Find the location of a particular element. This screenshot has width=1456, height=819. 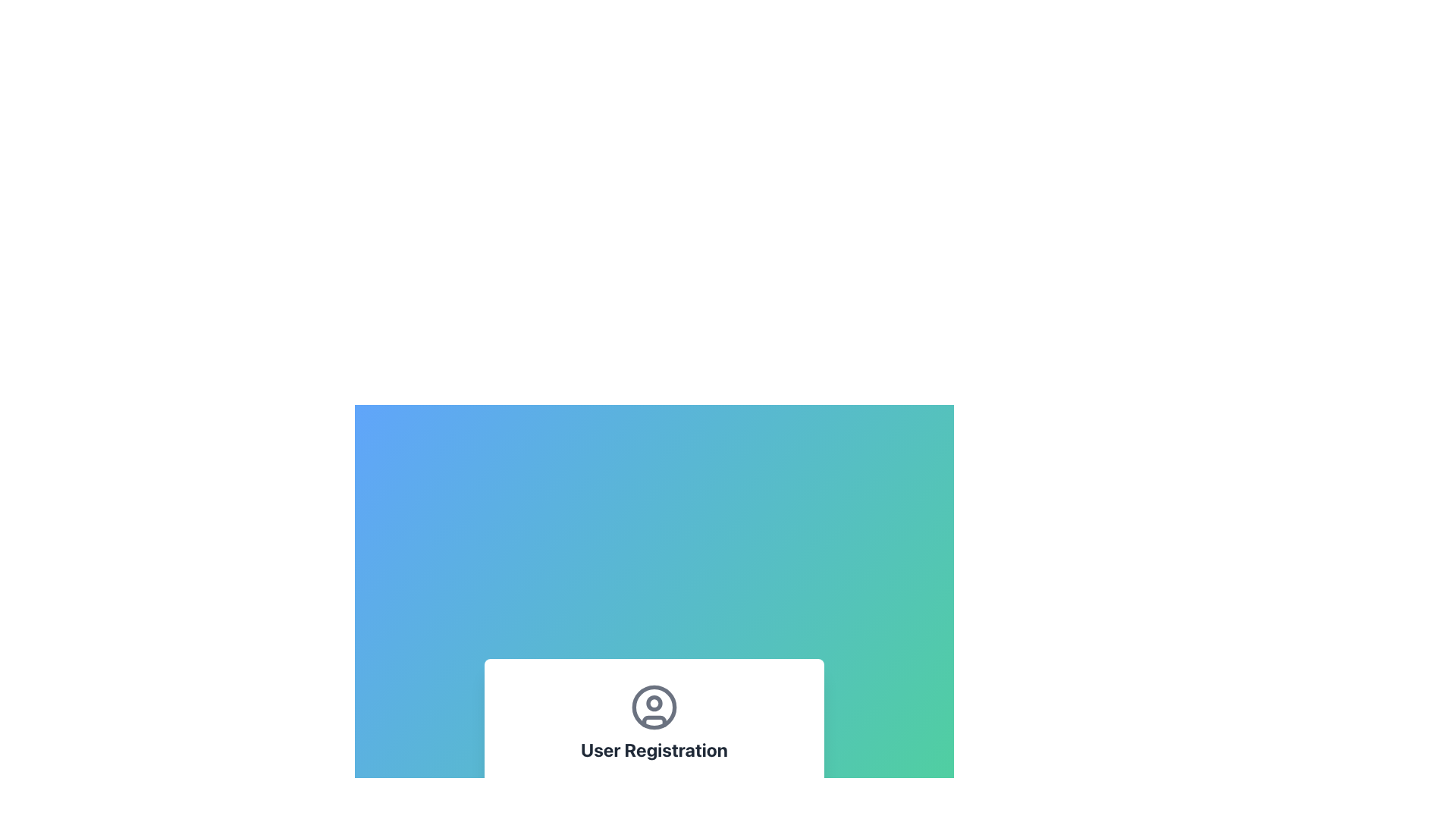

the torso representation within the user silhouette icon located at the center bottom of the circular user profile icon is located at coordinates (654, 719).